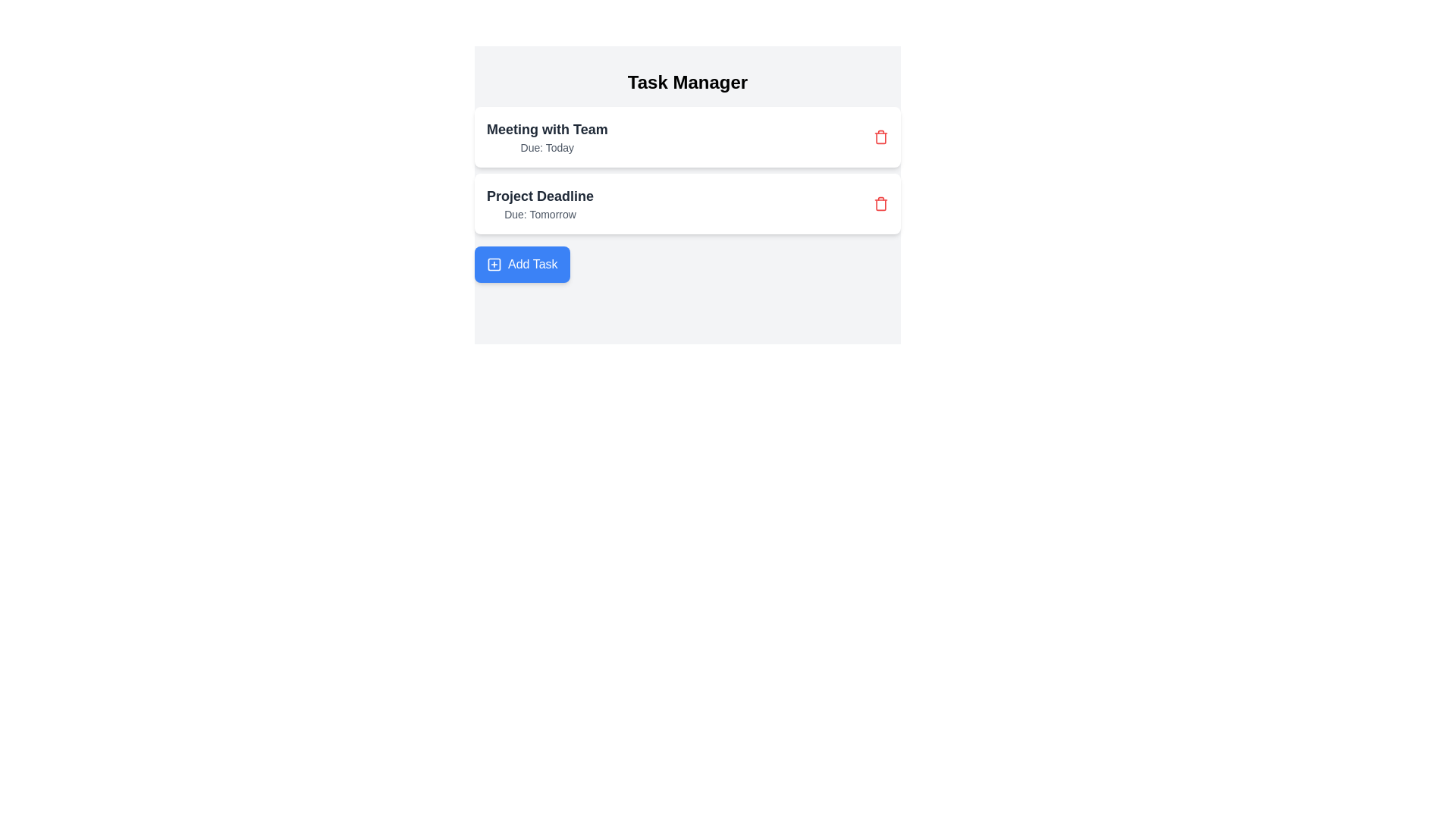 The height and width of the screenshot is (819, 1456). I want to click on the second Display Card in the Task Manager, so click(687, 203).